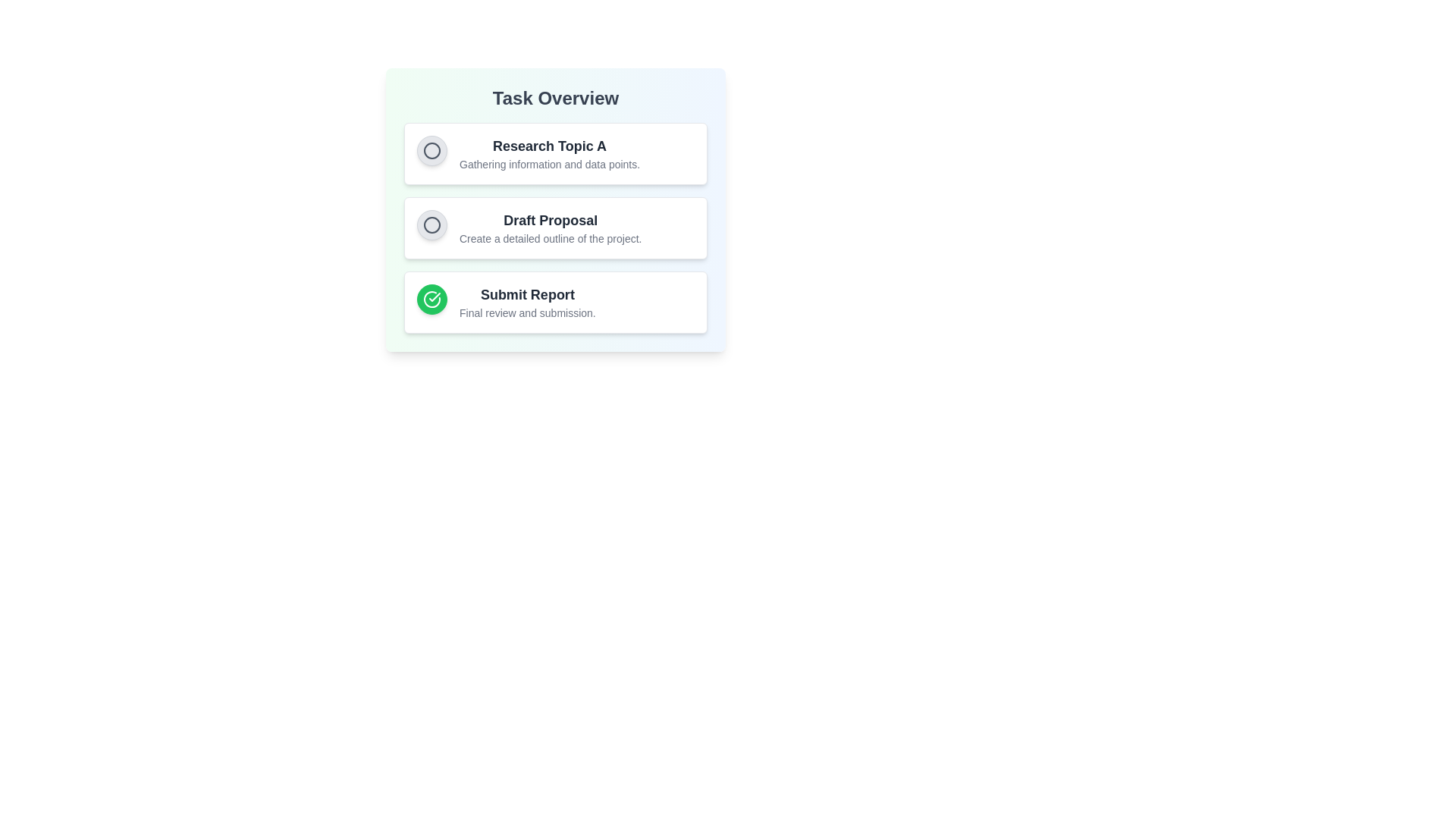 This screenshot has width=1456, height=819. I want to click on the Text Label that serves as the title for the task description card, located at the bottom of the vertical stack of task descriptions, so click(527, 295).